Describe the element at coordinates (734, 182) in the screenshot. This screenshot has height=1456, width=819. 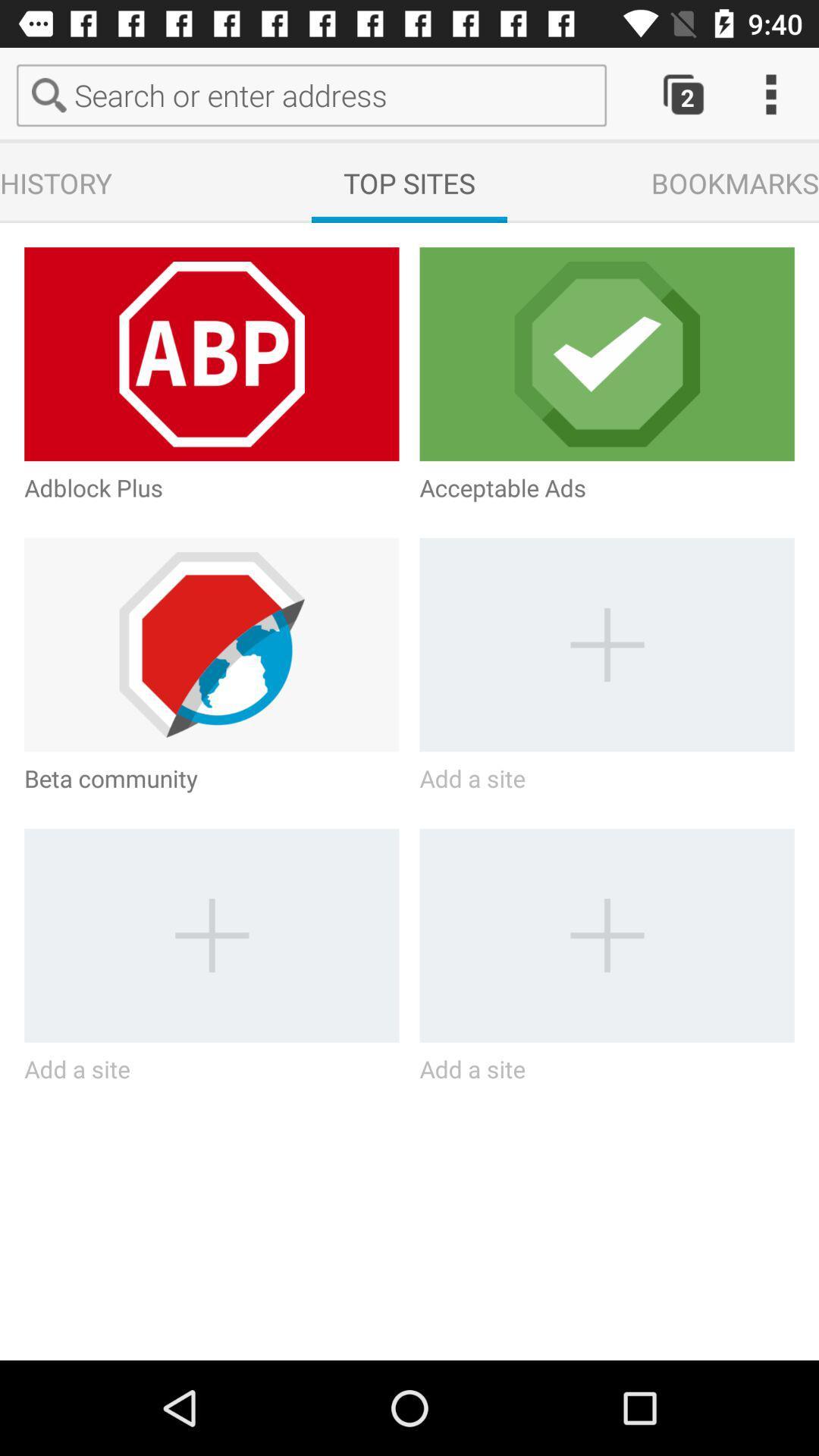
I see `the text bookmarks` at that location.